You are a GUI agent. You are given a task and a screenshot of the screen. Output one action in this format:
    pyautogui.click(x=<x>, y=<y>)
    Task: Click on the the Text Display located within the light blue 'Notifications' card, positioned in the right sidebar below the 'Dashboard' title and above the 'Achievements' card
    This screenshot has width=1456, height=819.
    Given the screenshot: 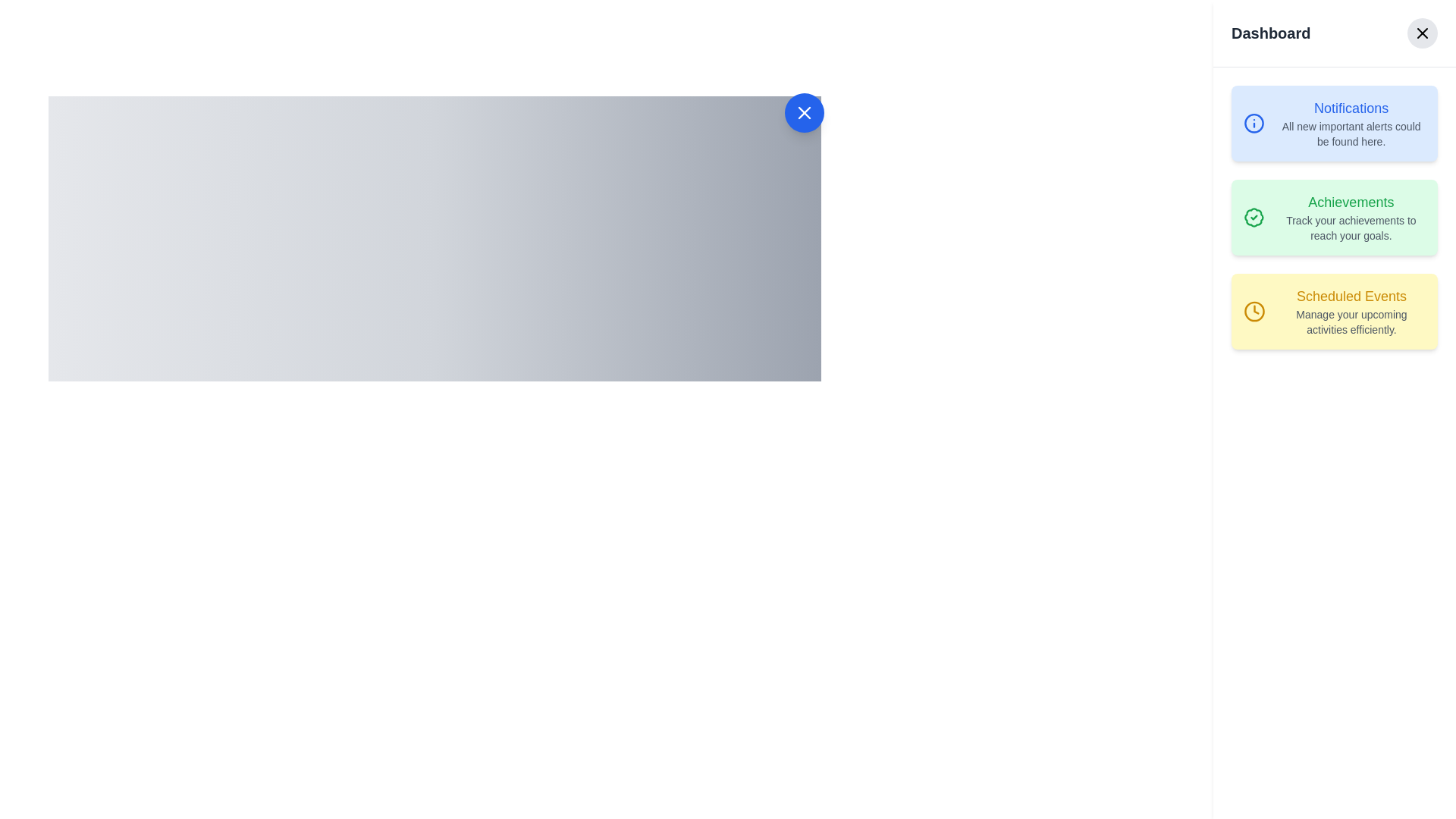 What is the action you would take?
    pyautogui.click(x=1351, y=122)
    